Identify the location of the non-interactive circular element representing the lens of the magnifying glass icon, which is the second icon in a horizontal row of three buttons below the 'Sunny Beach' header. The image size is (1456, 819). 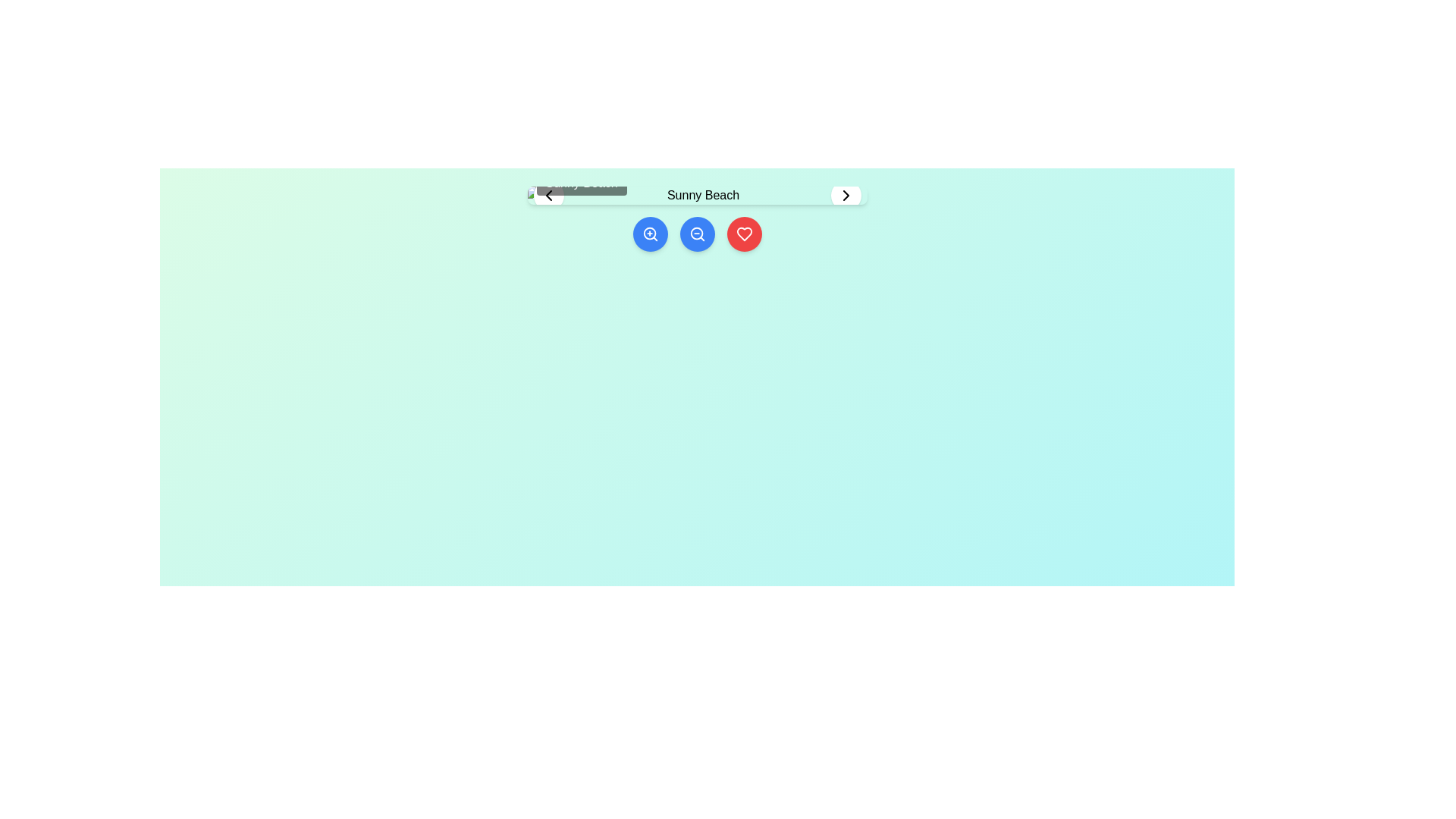
(649, 234).